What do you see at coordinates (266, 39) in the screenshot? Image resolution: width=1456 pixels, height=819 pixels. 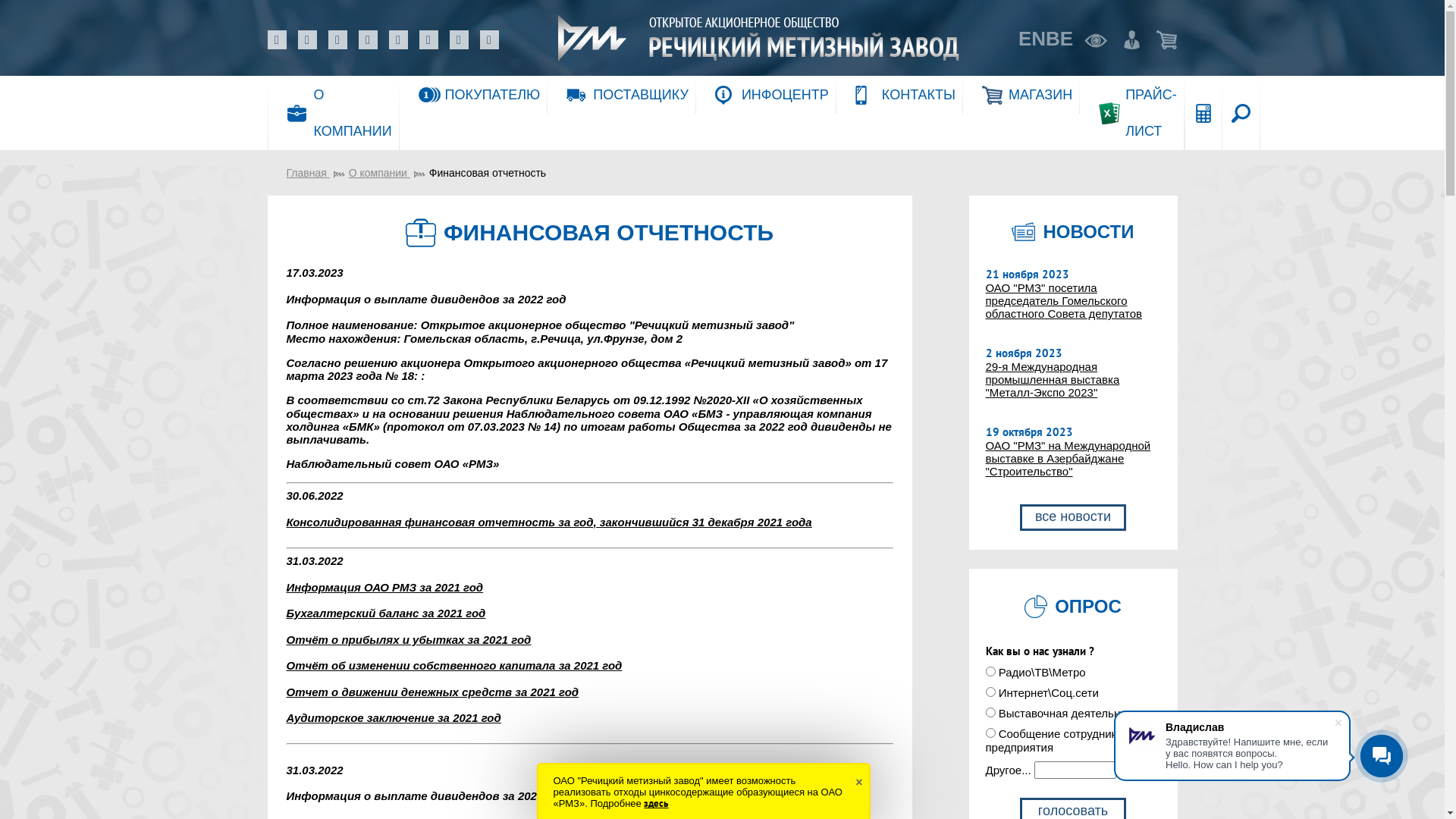 I see `'VK'` at bounding box center [266, 39].